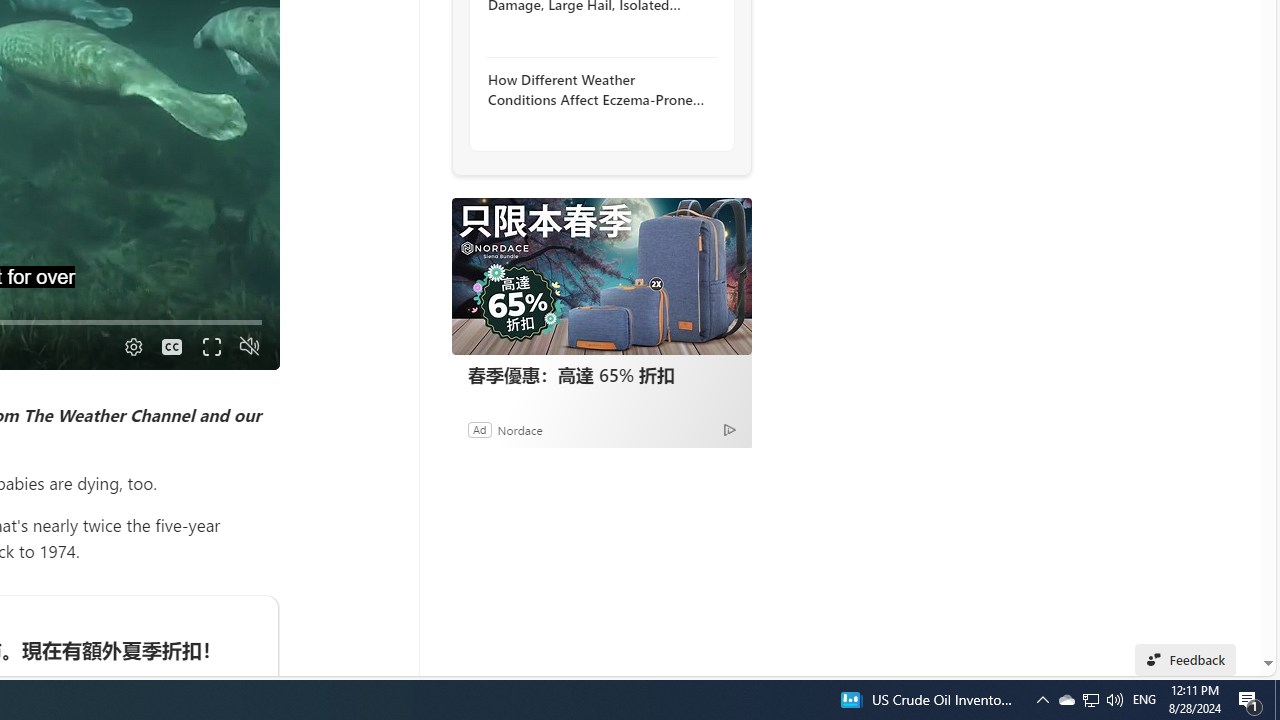 The width and height of the screenshot is (1280, 720). Describe the element at coordinates (130, 346) in the screenshot. I see `'Quality Settings'` at that location.